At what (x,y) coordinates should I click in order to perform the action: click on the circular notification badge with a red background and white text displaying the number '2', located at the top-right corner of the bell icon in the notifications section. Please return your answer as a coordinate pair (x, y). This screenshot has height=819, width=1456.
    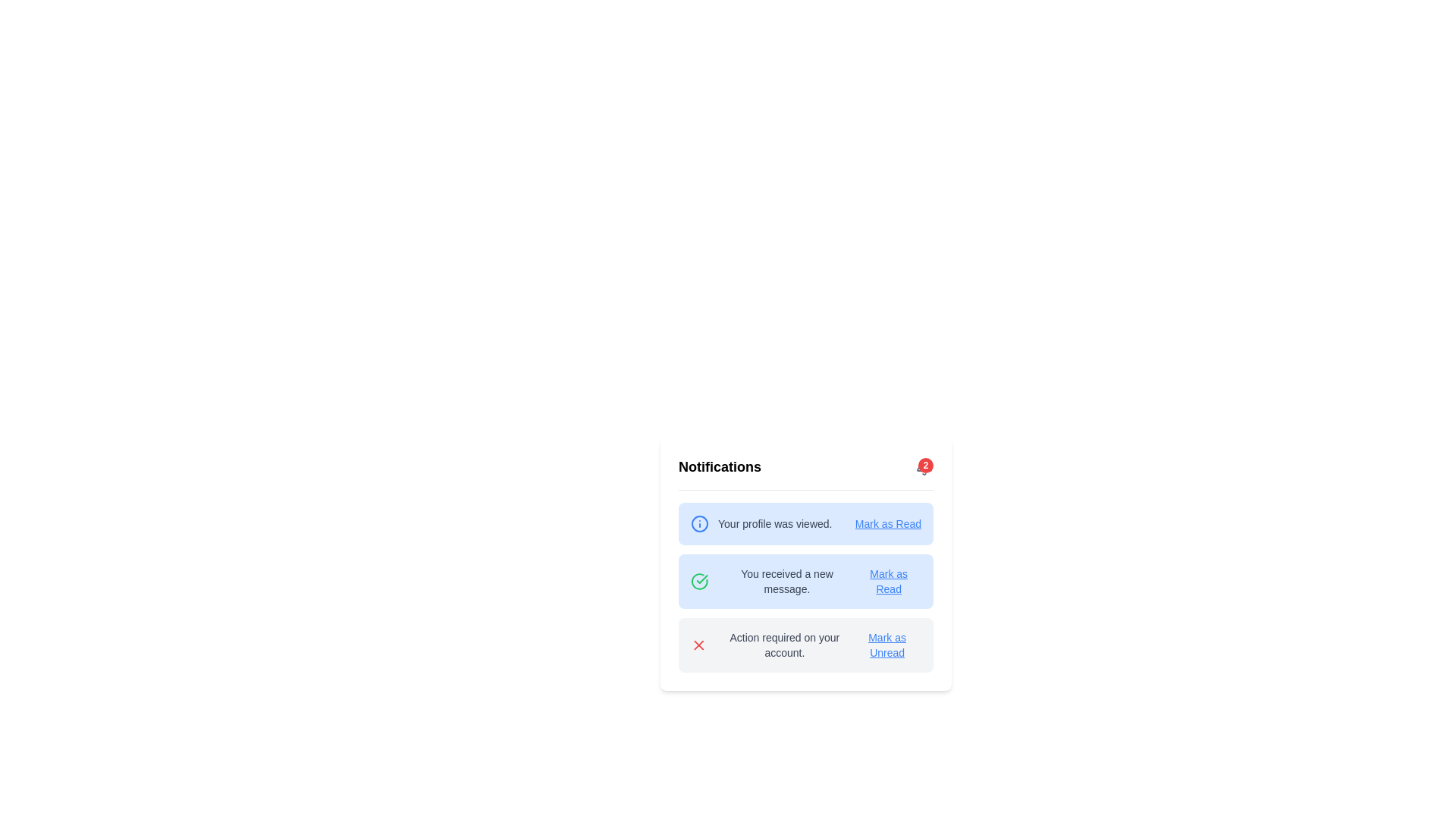
    Looking at the image, I should click on (924, 466).